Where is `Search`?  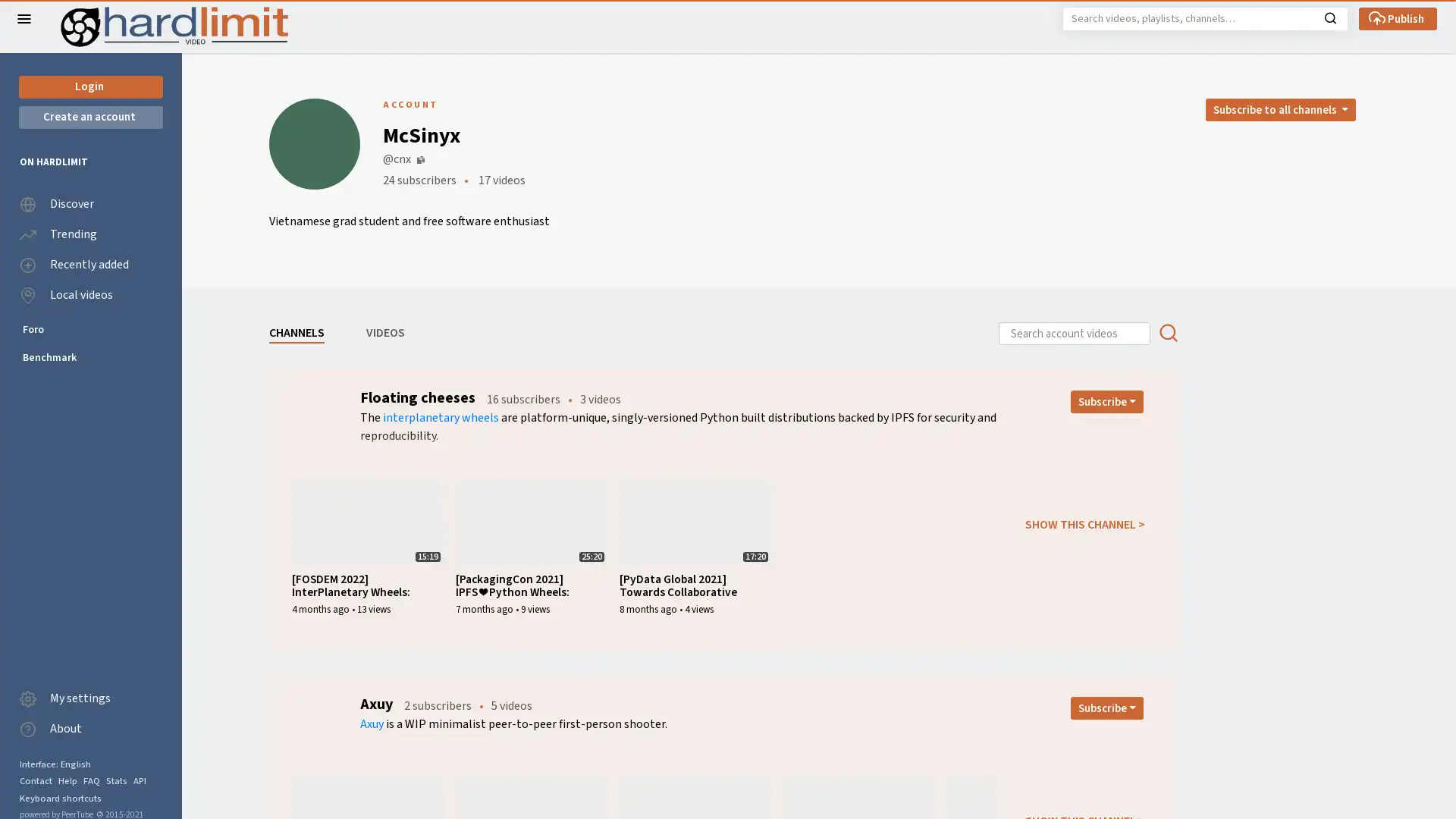 Search is located at coordinates (1167, 332).